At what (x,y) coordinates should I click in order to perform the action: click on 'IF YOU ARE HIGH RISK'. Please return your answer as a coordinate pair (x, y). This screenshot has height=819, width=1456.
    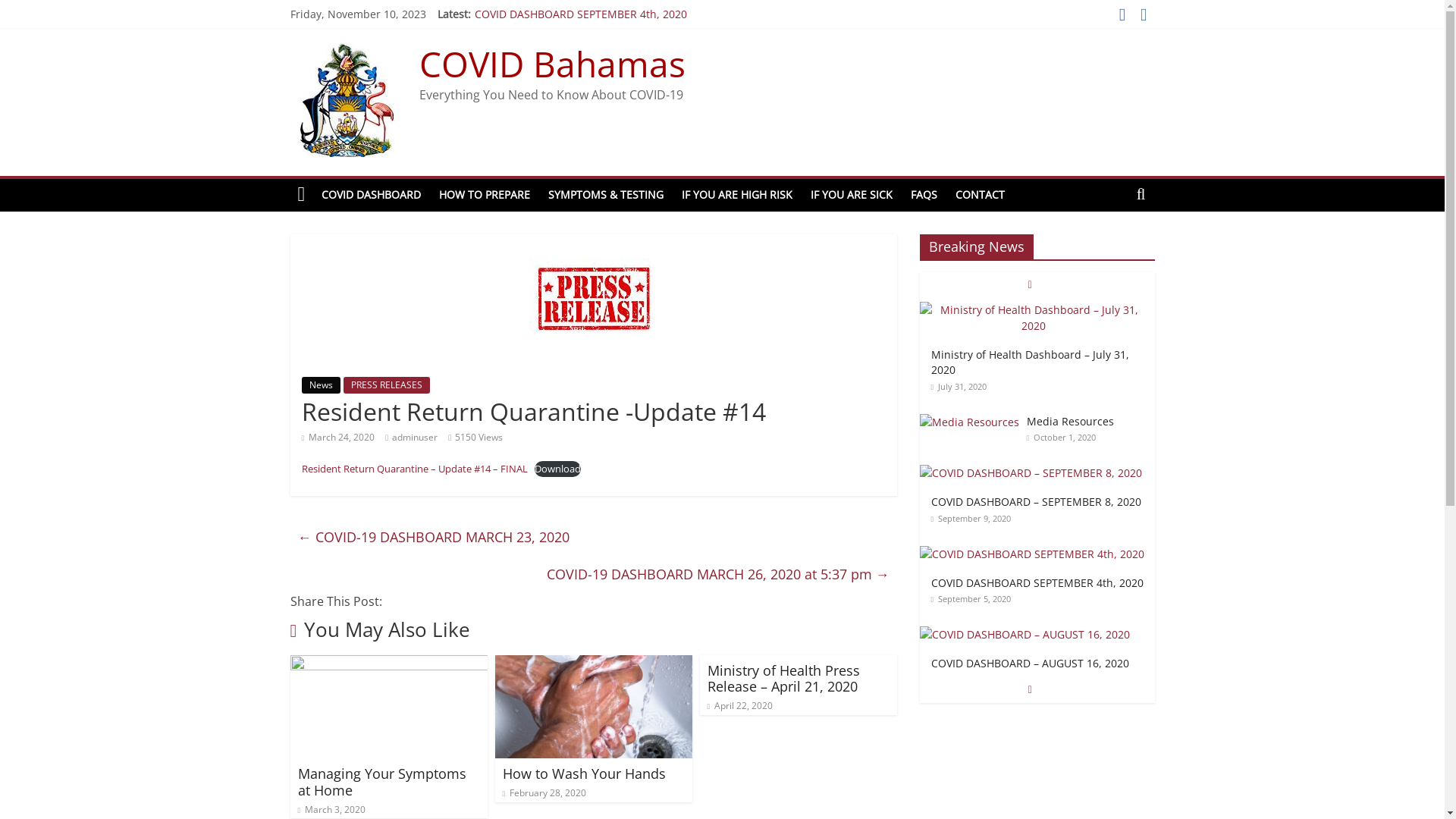
    Looking at the image, I should click on (736, 194).